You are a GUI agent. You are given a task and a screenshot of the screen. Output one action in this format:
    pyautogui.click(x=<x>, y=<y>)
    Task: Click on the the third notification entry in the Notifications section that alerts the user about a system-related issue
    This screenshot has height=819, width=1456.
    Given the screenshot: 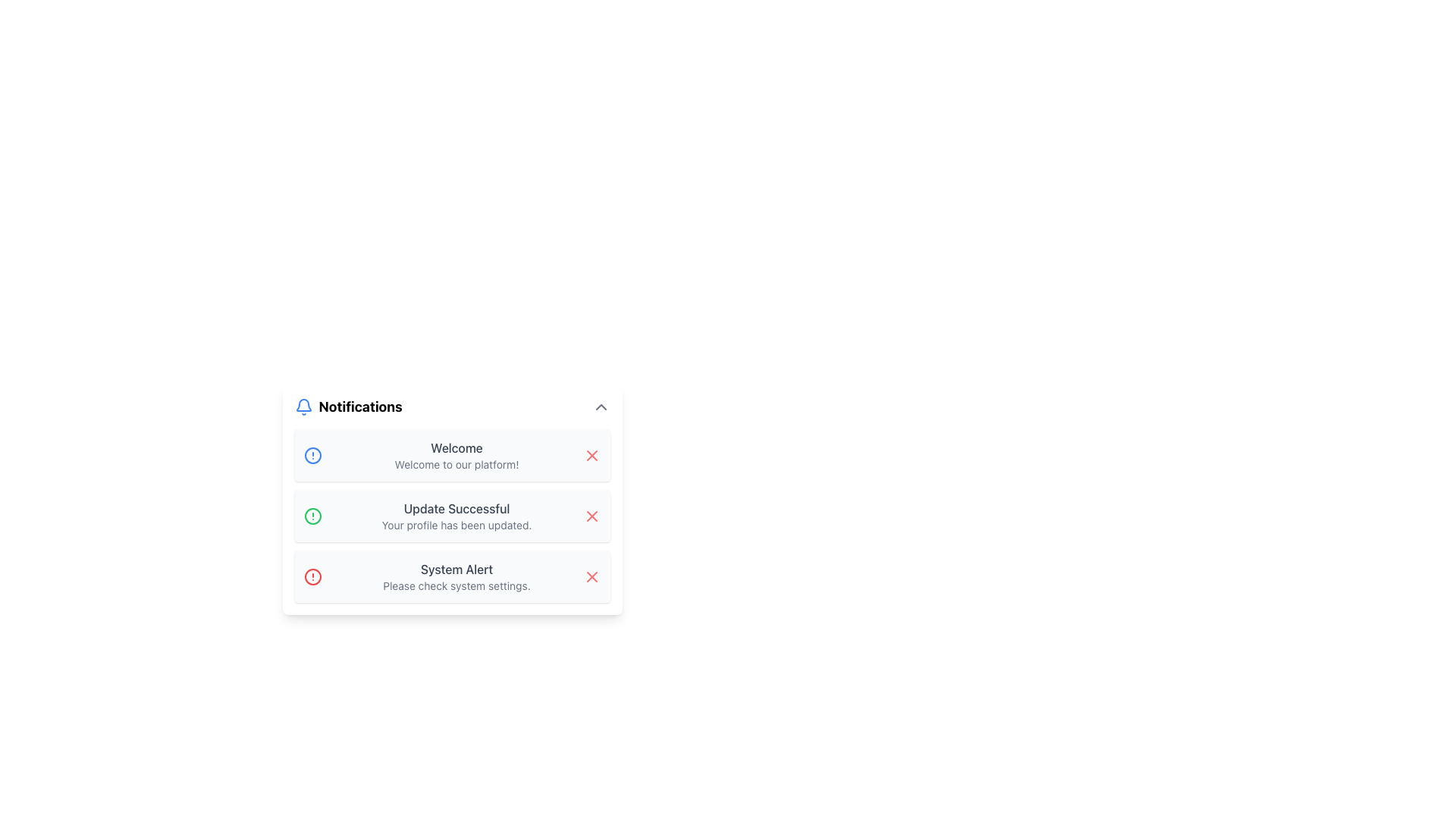 What is the action you would take?
    pyautogui.click(x=456, y=576)
    